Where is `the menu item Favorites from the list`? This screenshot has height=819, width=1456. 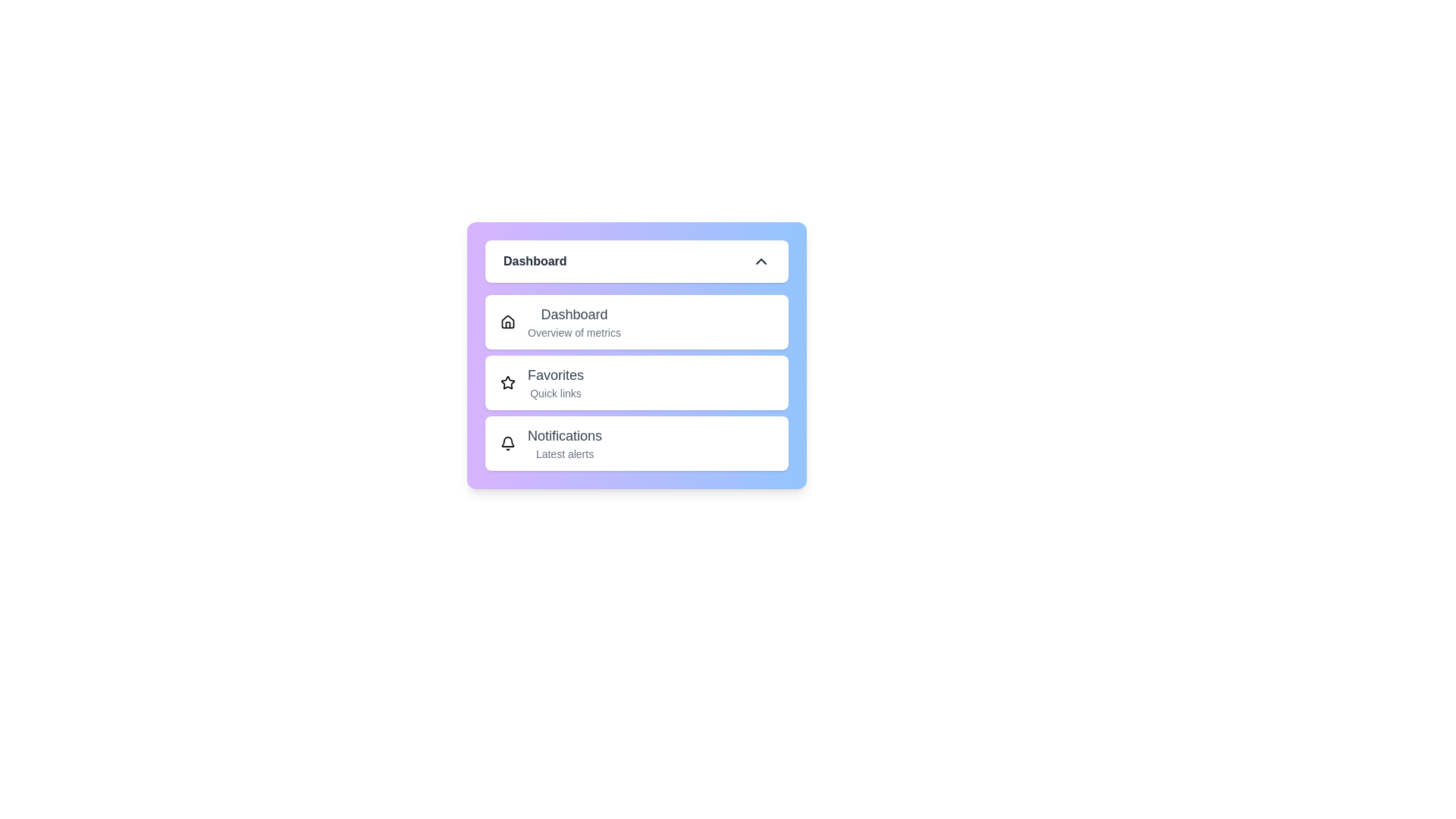 the menu item Favorites from the list is located at coordinates (637, 382).